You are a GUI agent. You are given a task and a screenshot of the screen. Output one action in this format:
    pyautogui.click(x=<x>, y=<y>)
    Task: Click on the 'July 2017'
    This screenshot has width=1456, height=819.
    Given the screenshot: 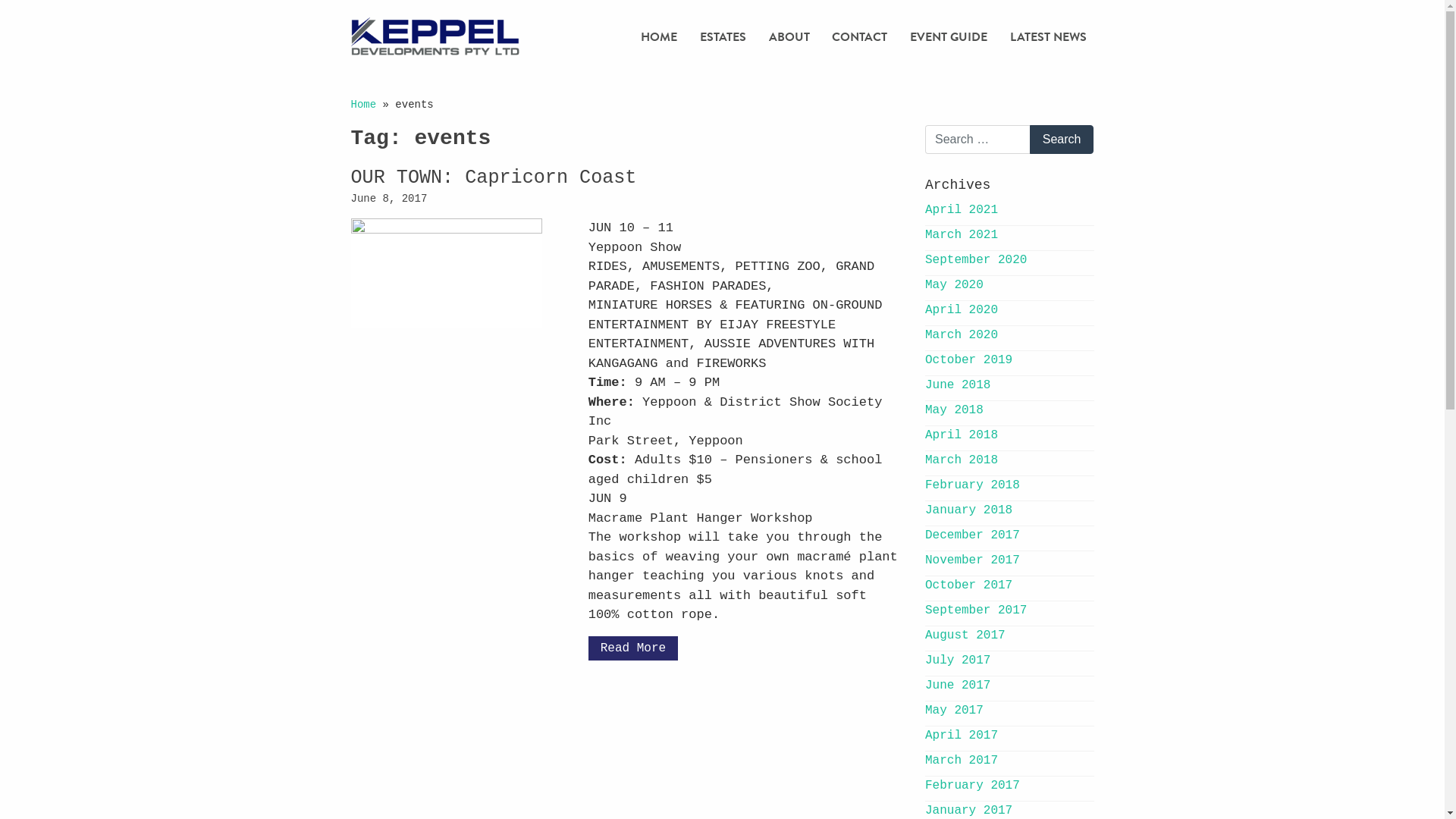 What is the action you would take?
    pyautogui.click(x=956, y=660)
    